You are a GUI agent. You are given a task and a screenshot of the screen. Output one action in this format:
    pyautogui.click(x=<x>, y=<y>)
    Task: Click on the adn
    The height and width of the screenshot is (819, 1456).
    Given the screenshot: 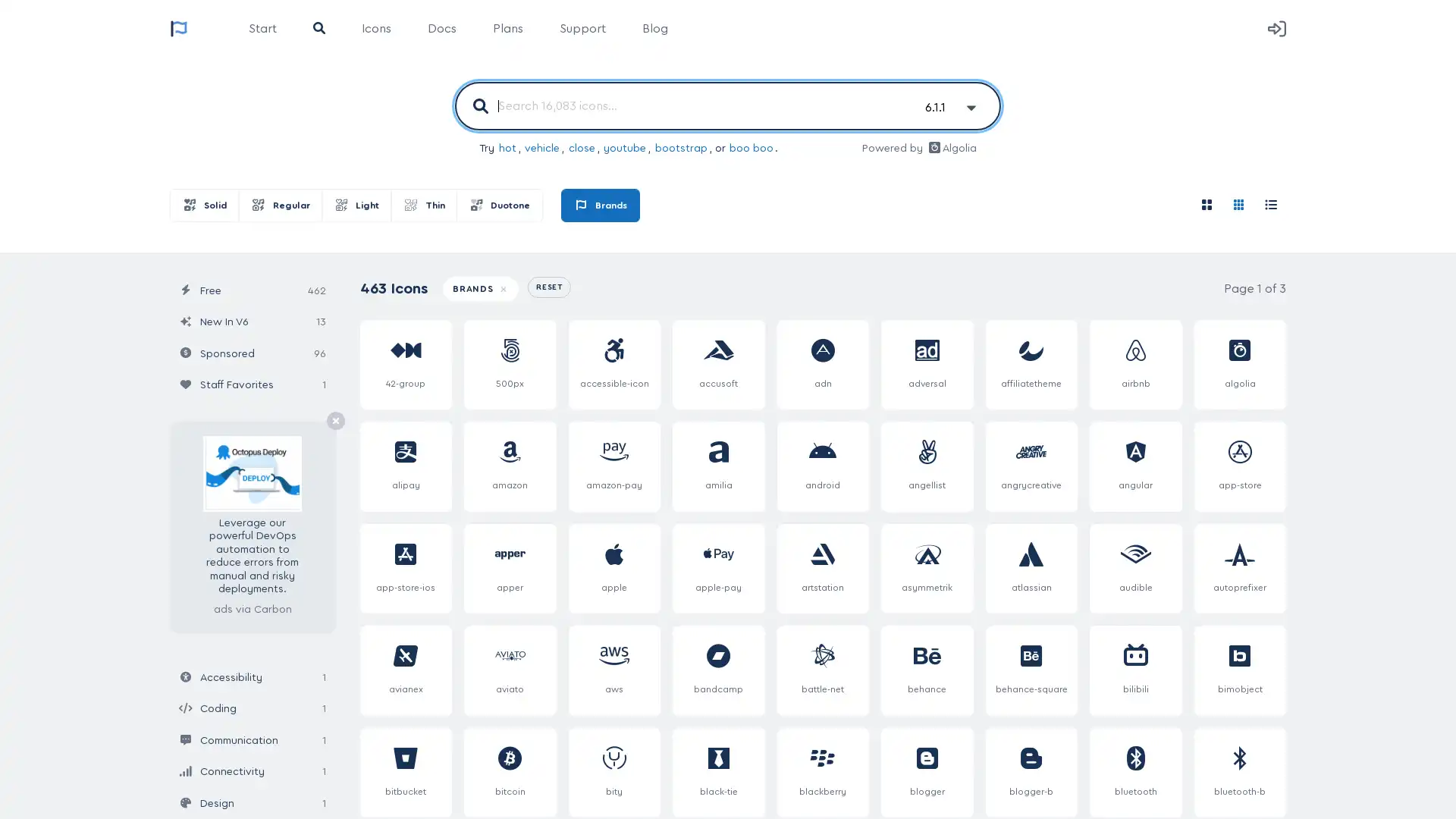 What is the action you would take?
    pyautogui.click(x=821, y=375)
    